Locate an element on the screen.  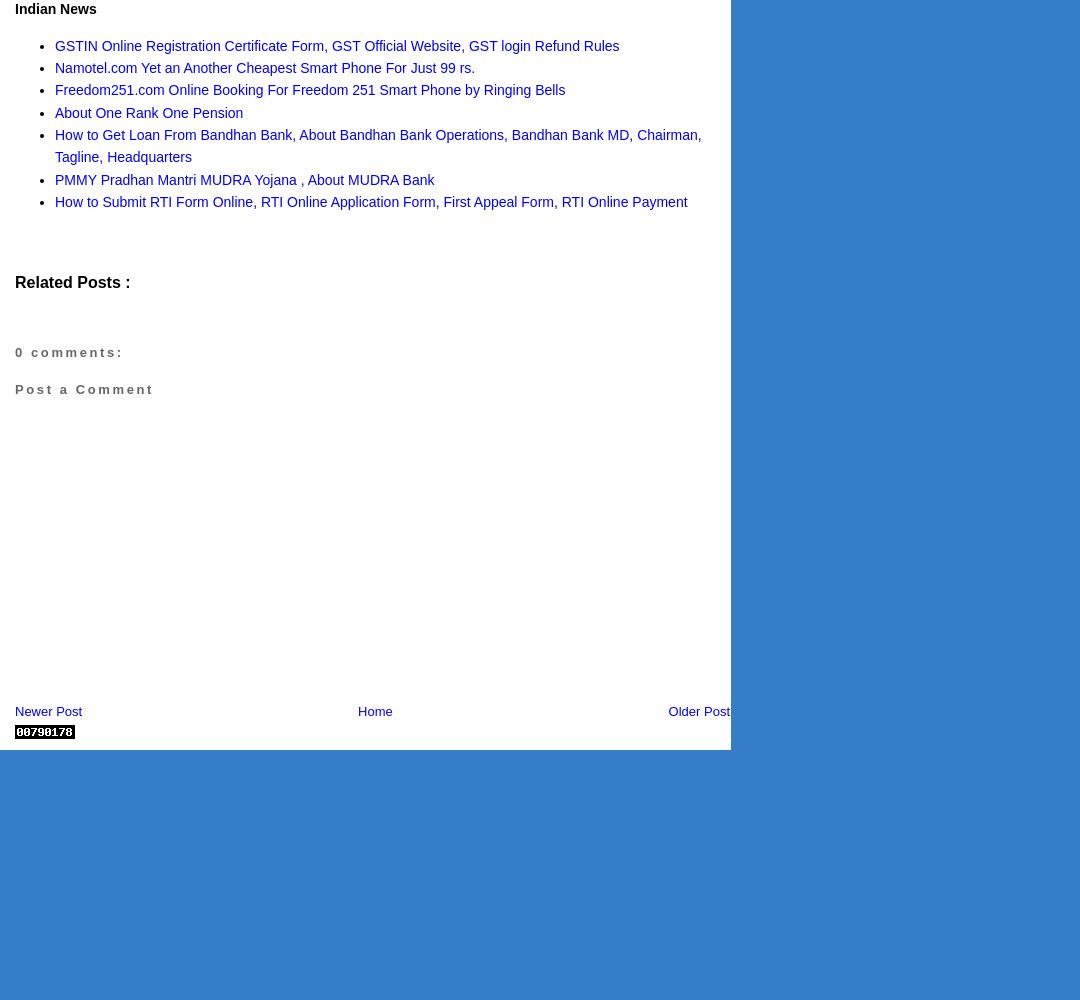
'Older Post' is located at coordinates (697, 709).